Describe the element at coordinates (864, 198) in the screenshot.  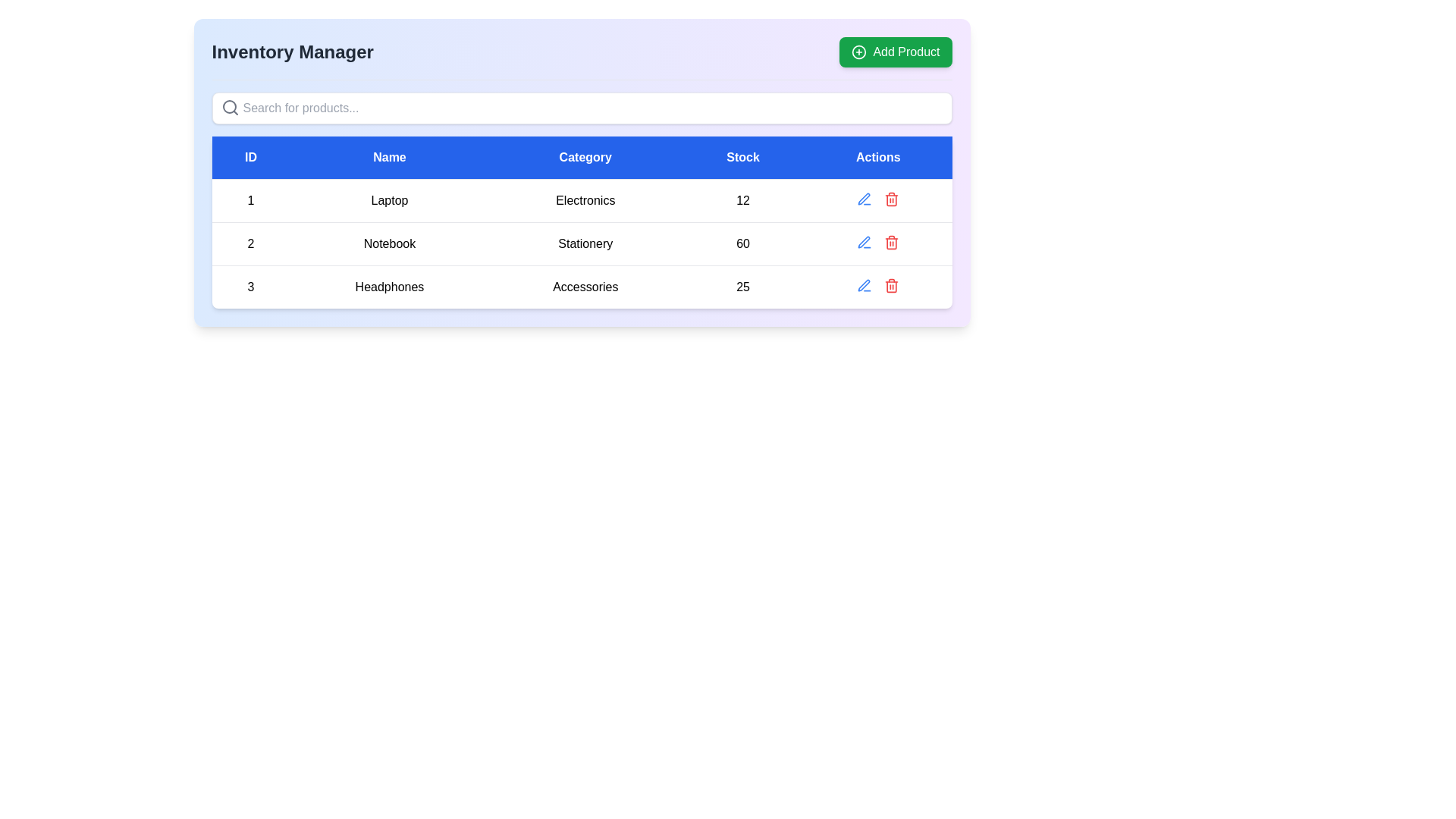
I see `the small blue pen-shaped icon in the 'Actions' column of the second row` at that location.